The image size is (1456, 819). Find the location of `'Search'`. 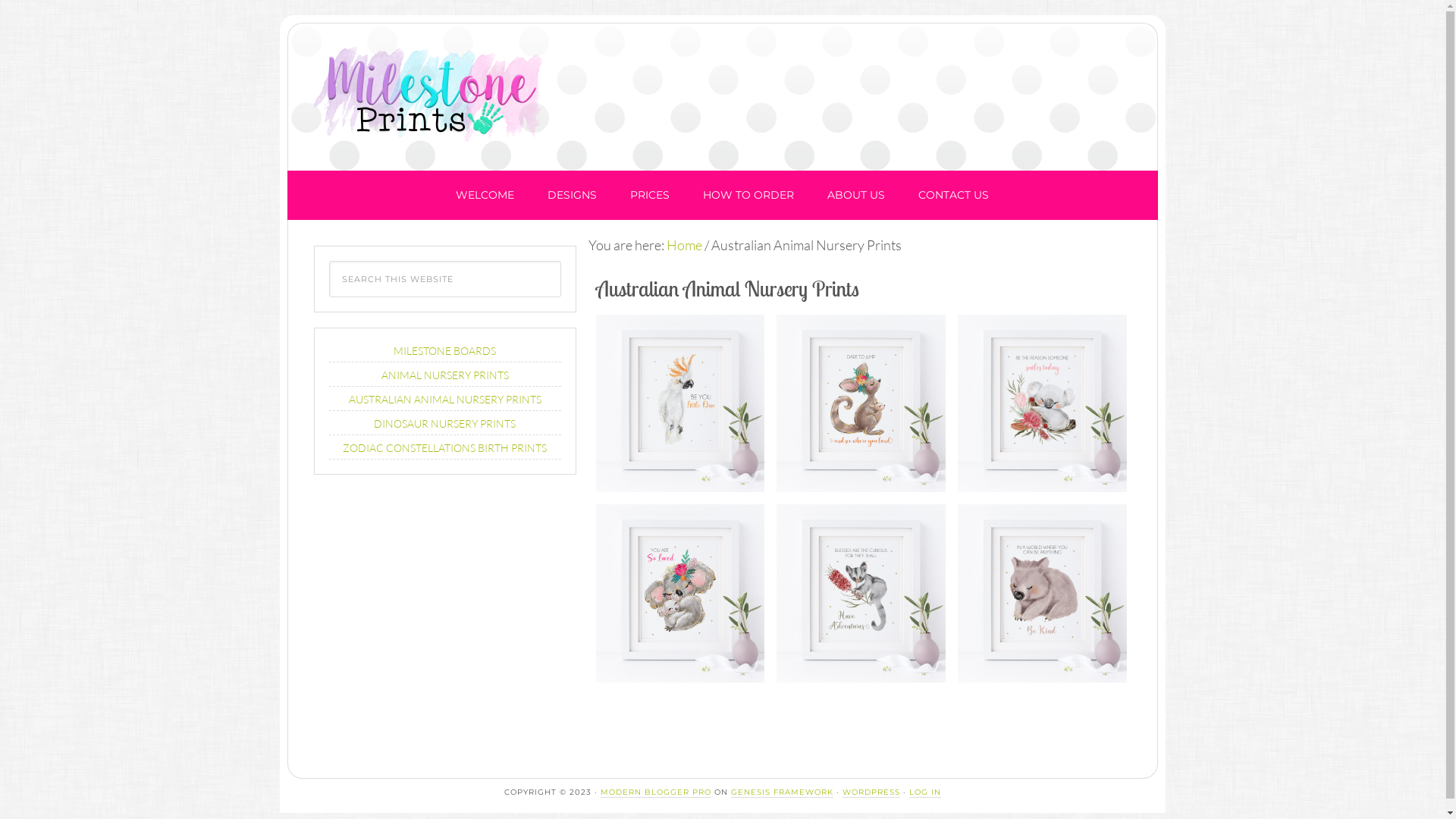

'Search' is located at coordinates (559, 259).